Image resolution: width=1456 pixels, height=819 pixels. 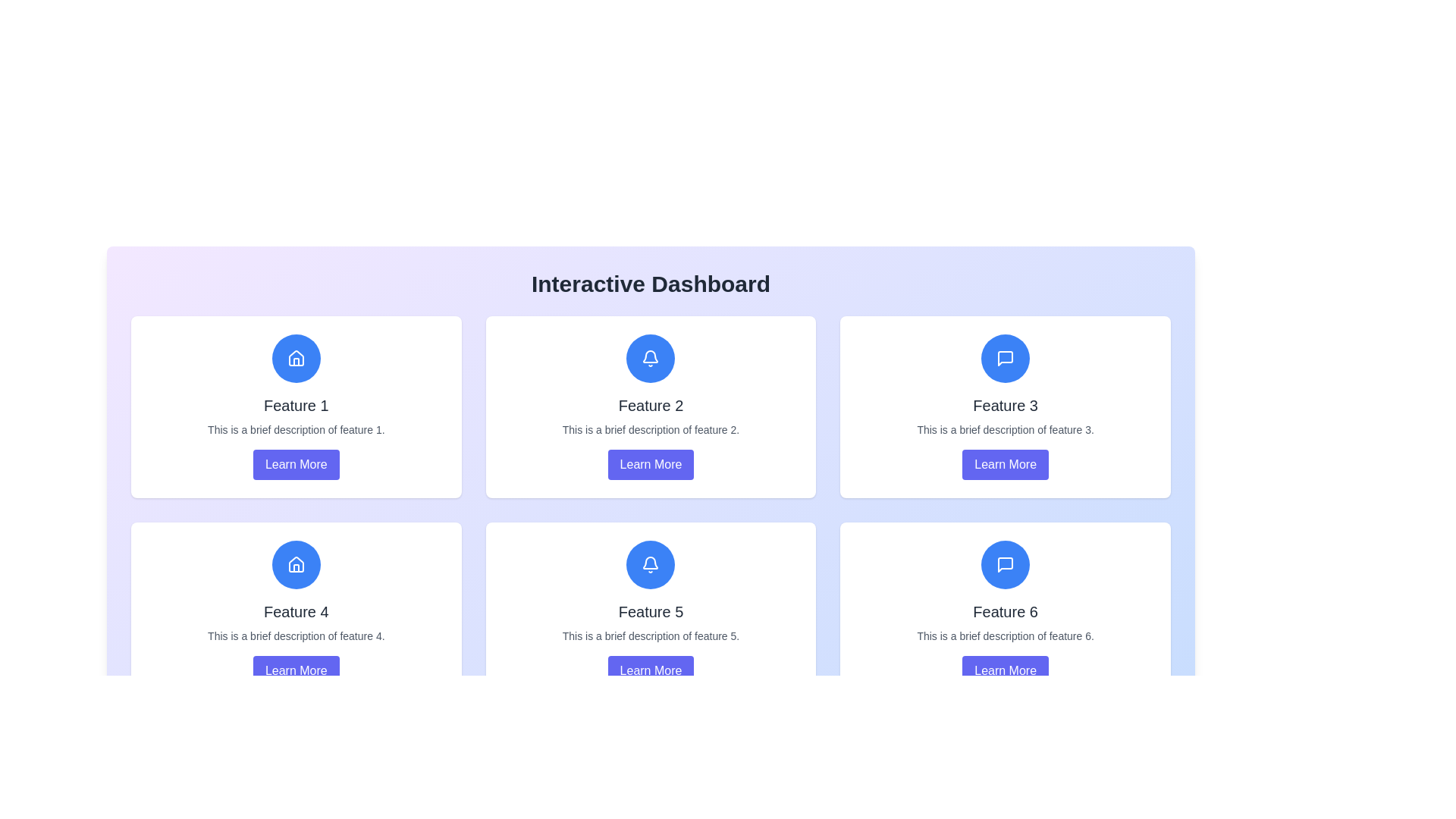 What do you see at coordinates (651, 359) in the screenshot?
I see `the notification icon button located at the upper center of the 'Feature 2' card, which serves to represent notifications or alerts` at bounding box center [651, 359].